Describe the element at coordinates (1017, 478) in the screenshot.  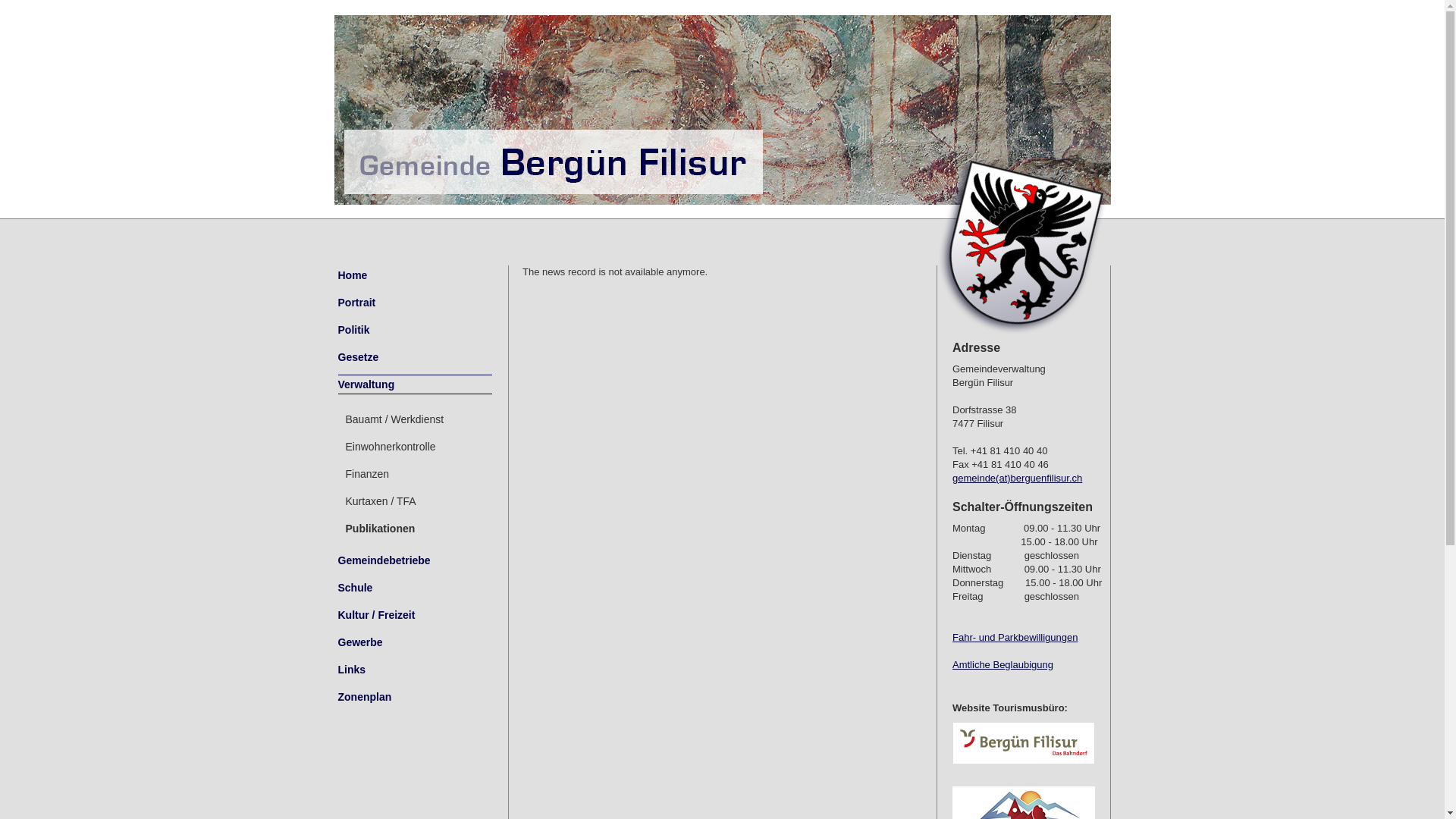
I see `'gemeinde(at)berguenfilisur.ch'` at that location.